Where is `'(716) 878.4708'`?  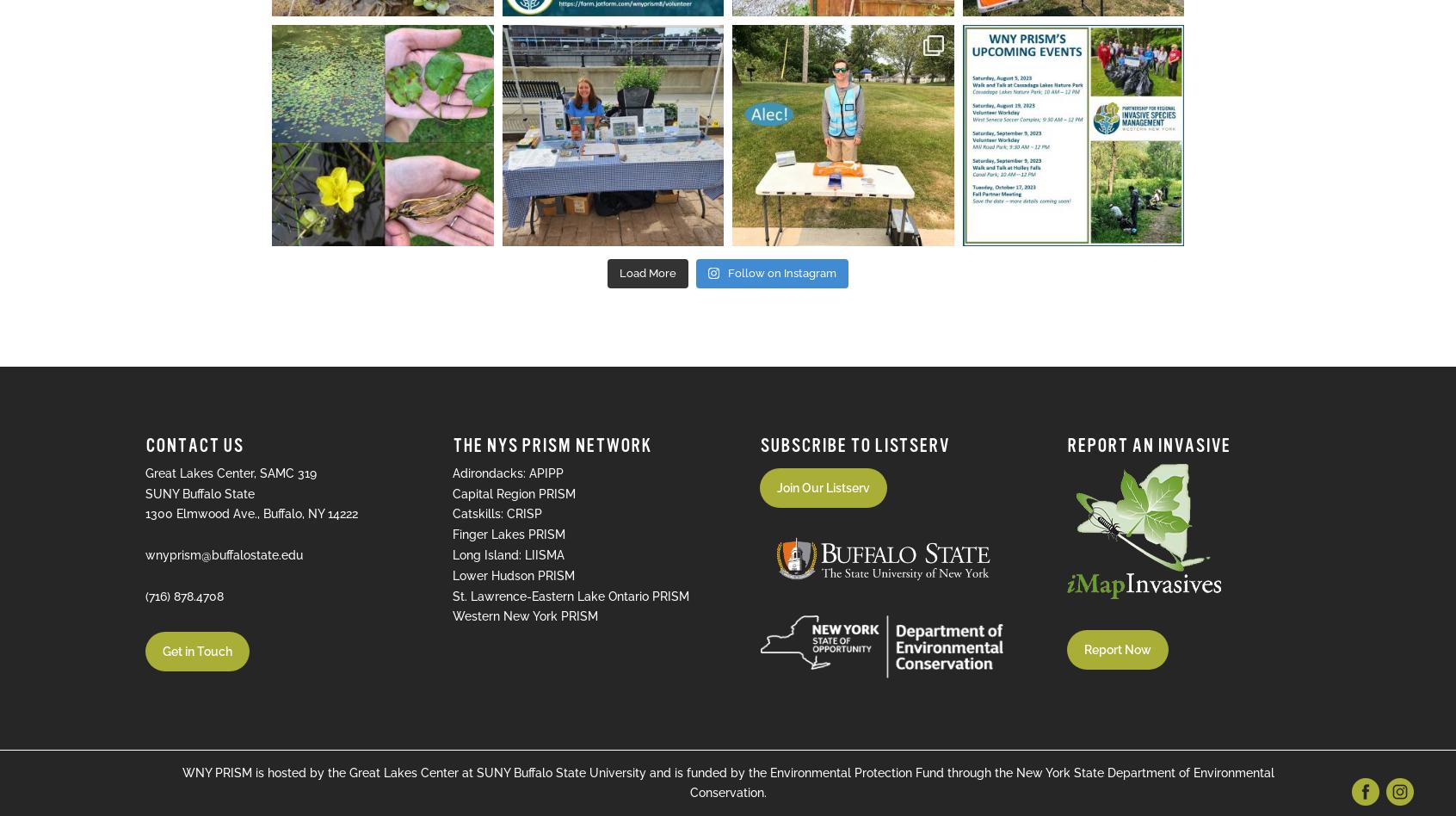
'(716) 878.4708' is located at coordinates (184, 595).